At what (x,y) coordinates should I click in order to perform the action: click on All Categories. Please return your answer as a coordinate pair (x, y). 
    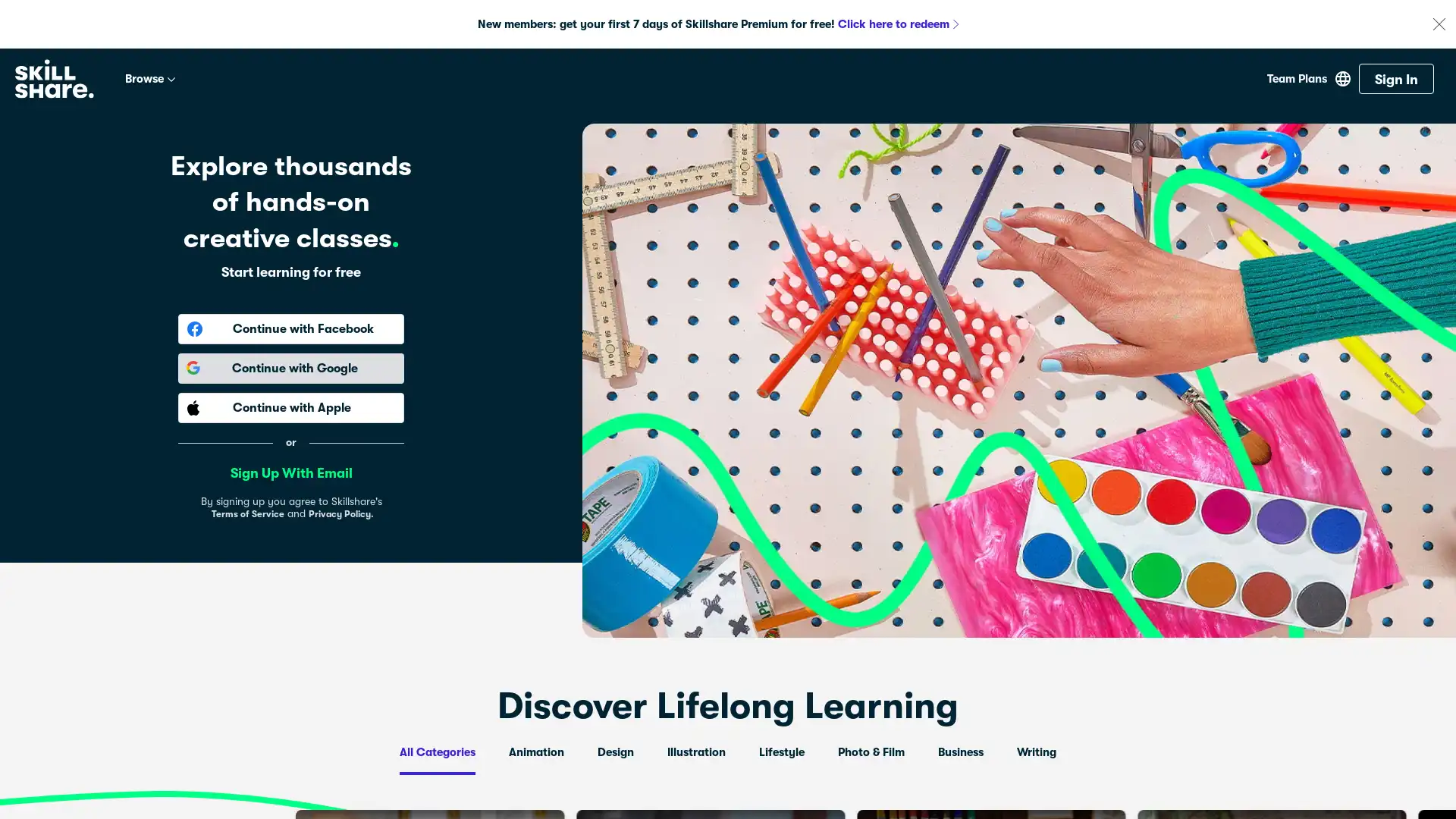
    Looking at the image, I should click on (436, 758).